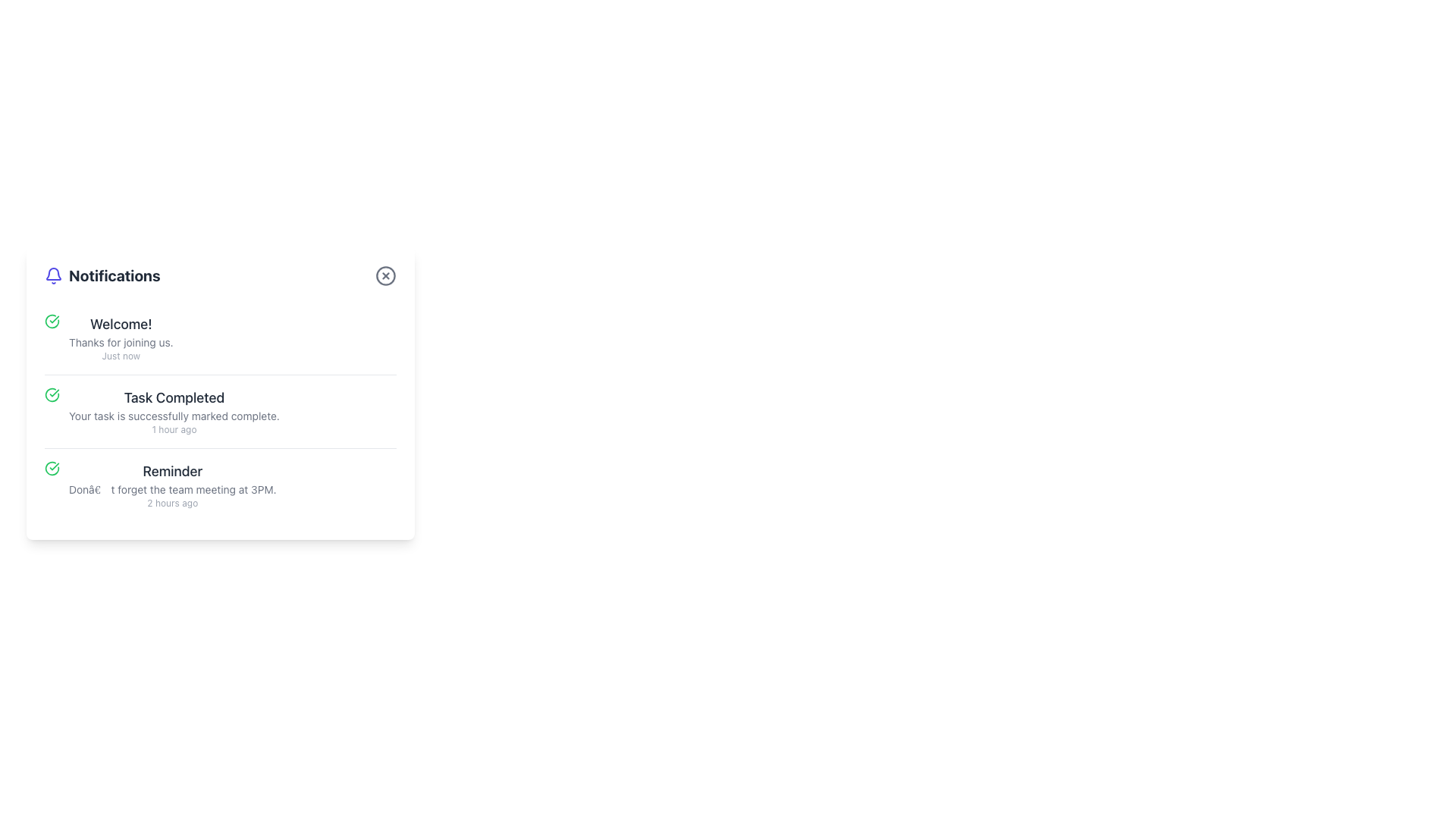  What do you see at coordinates (120, 337) in the screenshot?
I see `the first static text-based notification in the notification panel` at bounding box center [120, 337].